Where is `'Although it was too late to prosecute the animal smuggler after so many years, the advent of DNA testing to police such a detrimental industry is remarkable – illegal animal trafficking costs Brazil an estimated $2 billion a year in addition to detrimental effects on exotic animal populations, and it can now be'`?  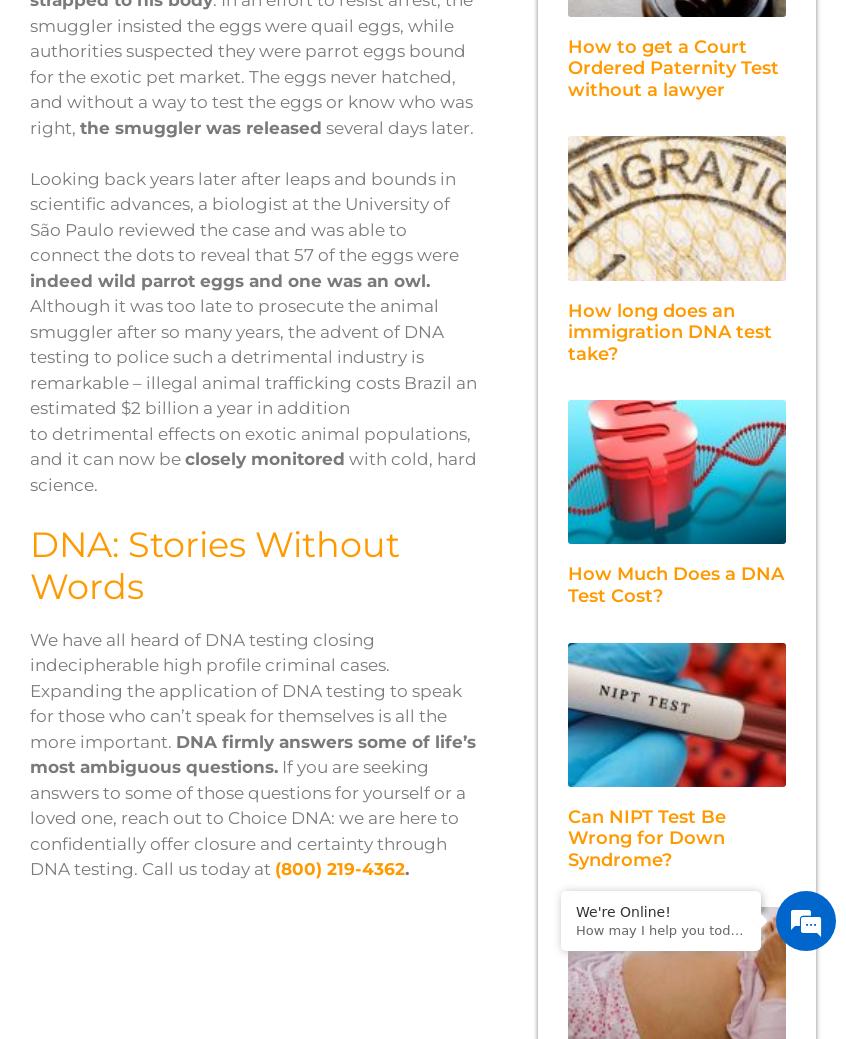 'Although it was too late to prosecute the animal smuggler after so many years, the advent of DNA testing to police such a detrimental industry is remarkable – illegal animal trafficking costs Brazil an estimated $2 billion a year in addition to detrimental effects on exotic animal populations, and it can now be' is located at coordinates (253, 381).